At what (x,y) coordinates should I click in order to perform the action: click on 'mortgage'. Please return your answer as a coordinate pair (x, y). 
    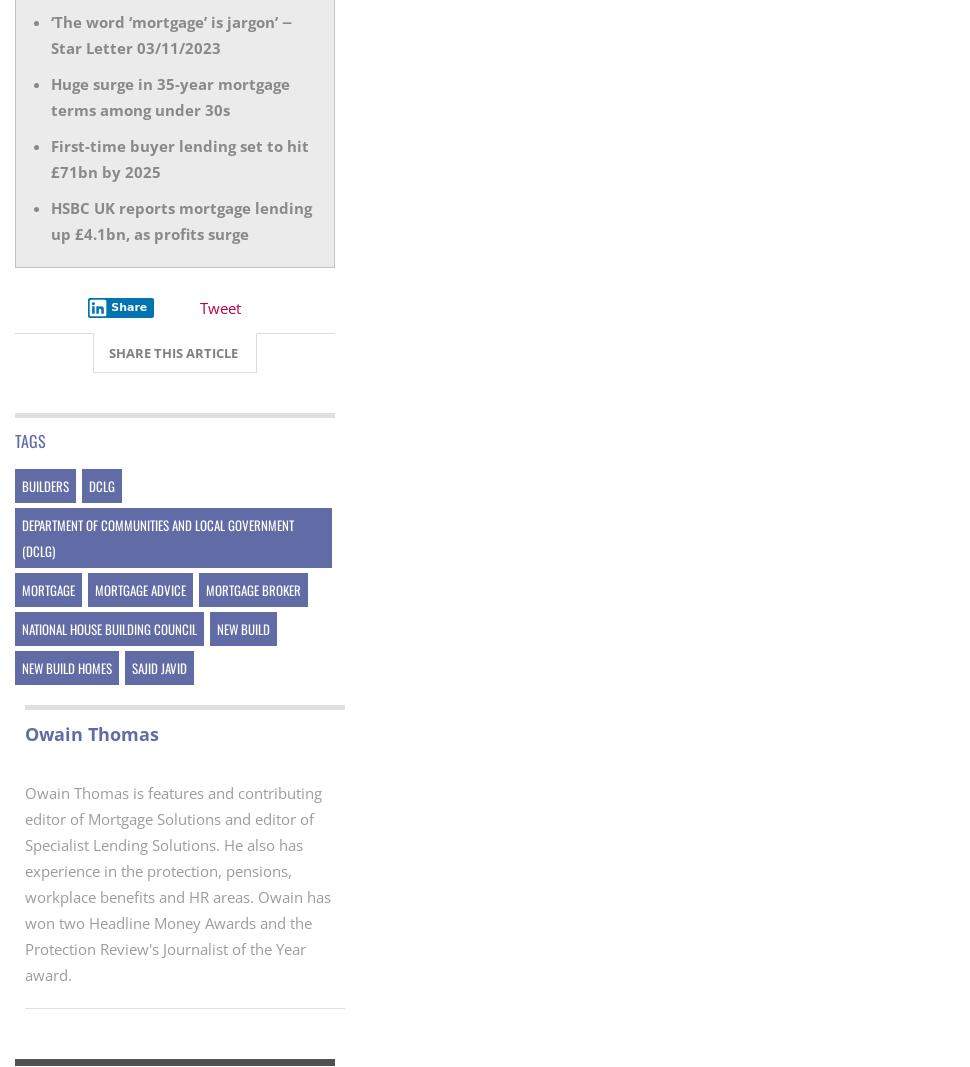
    Looking at the image, I should click on (48, 590).